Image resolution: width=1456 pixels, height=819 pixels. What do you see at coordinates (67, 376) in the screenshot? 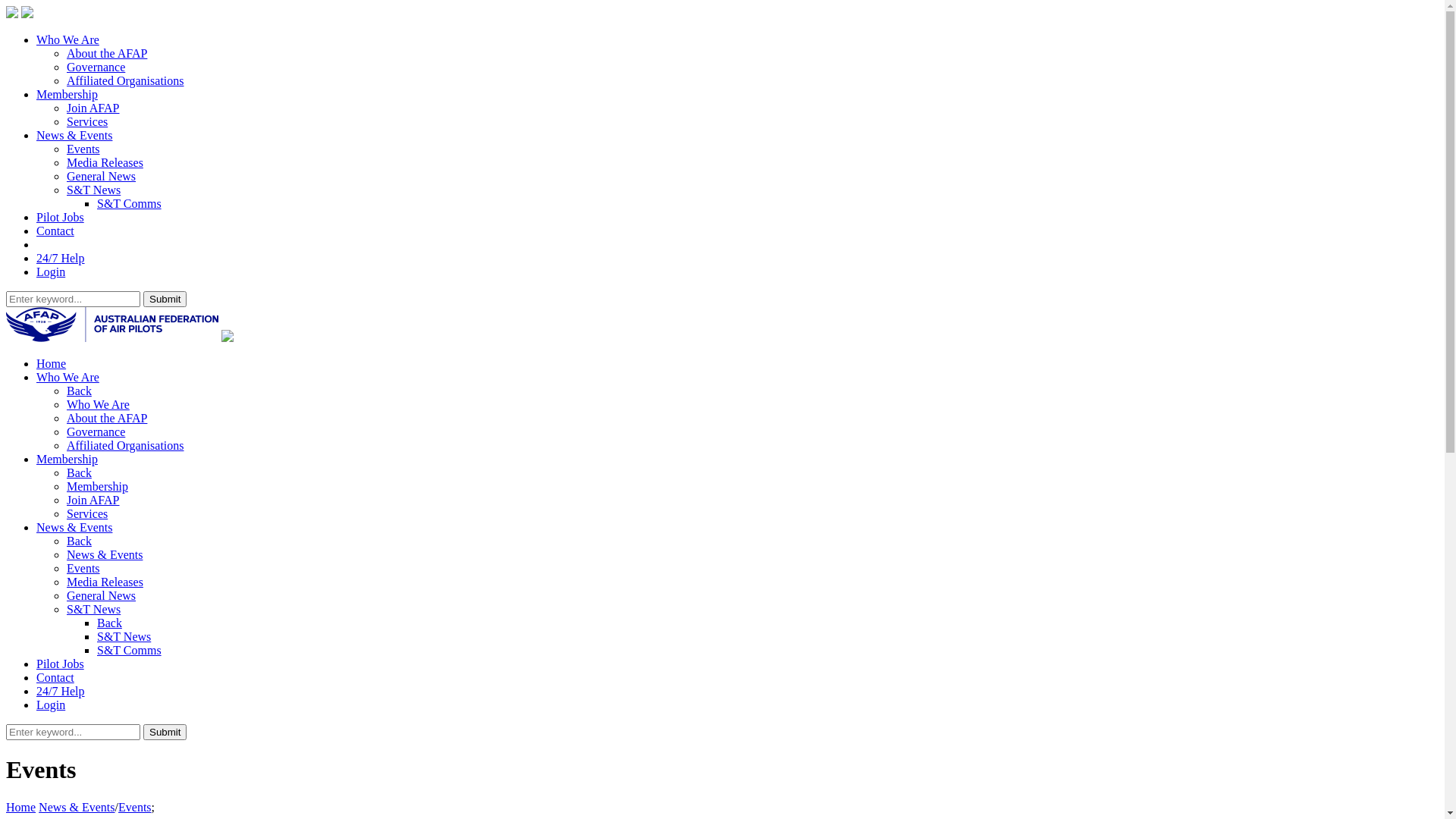
I see `'Who We Are'` at bounding box center [67, 376].